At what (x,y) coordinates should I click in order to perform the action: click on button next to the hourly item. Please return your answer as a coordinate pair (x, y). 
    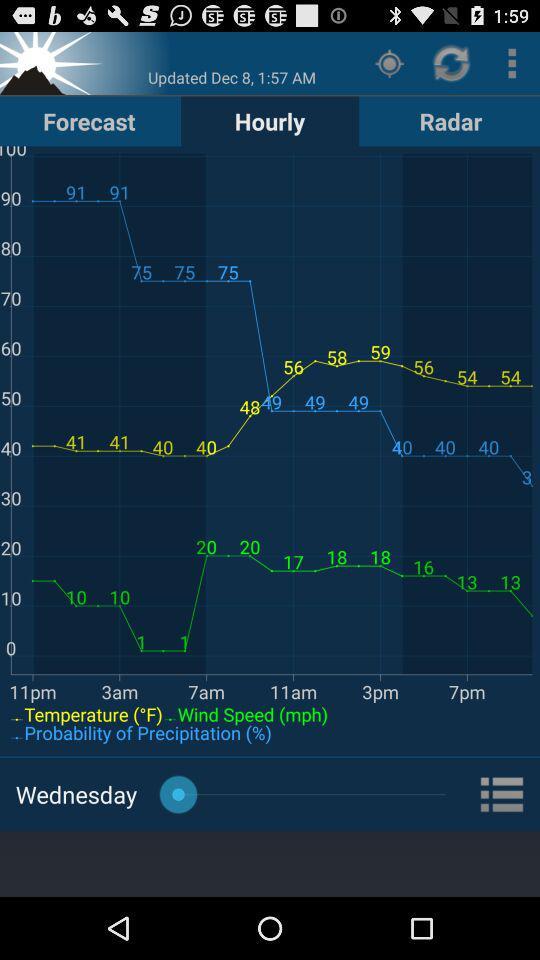
    Looking at the image, I should click on (450, 120).